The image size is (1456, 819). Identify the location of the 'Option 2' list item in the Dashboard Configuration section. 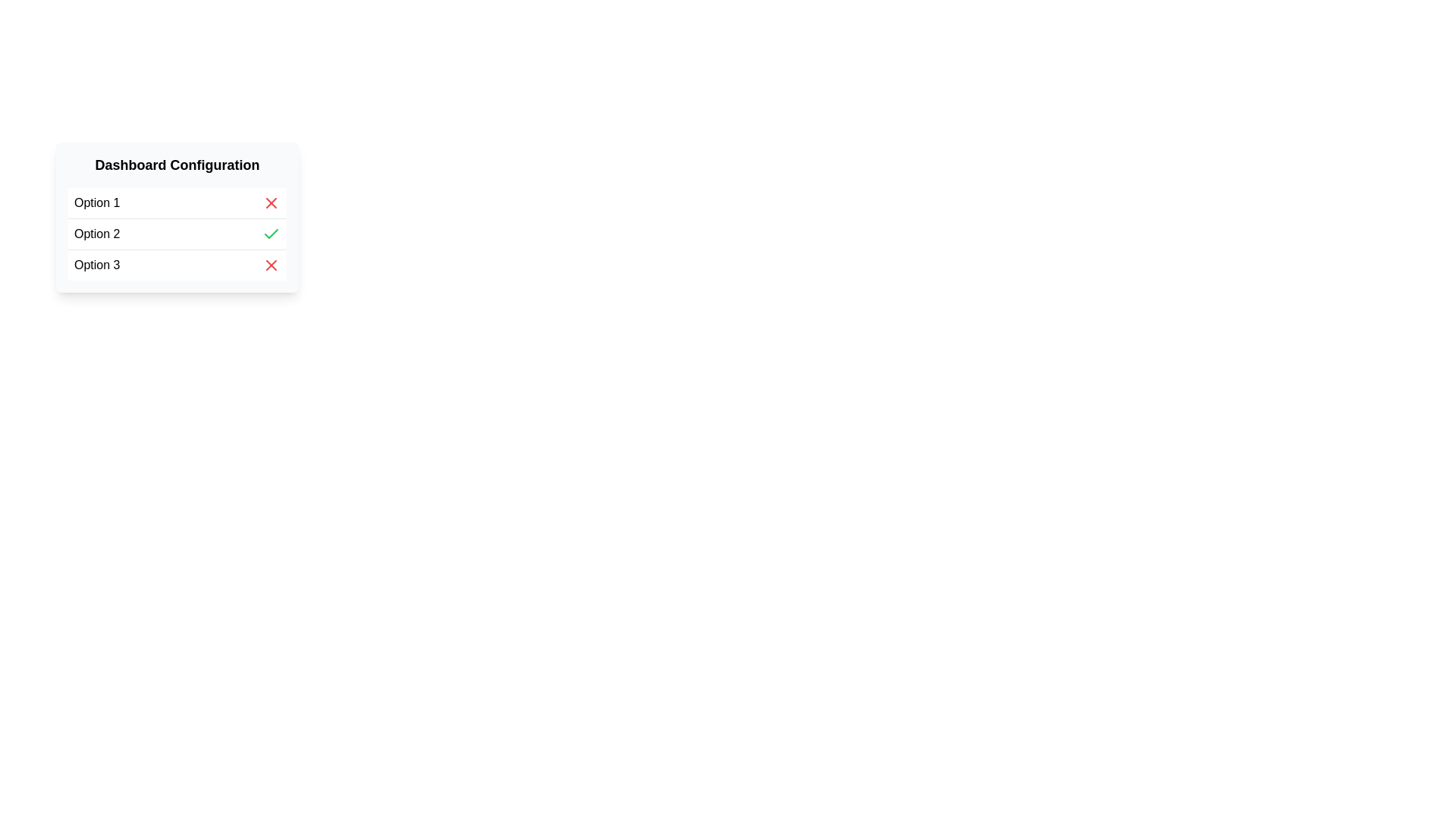
(177, 234).